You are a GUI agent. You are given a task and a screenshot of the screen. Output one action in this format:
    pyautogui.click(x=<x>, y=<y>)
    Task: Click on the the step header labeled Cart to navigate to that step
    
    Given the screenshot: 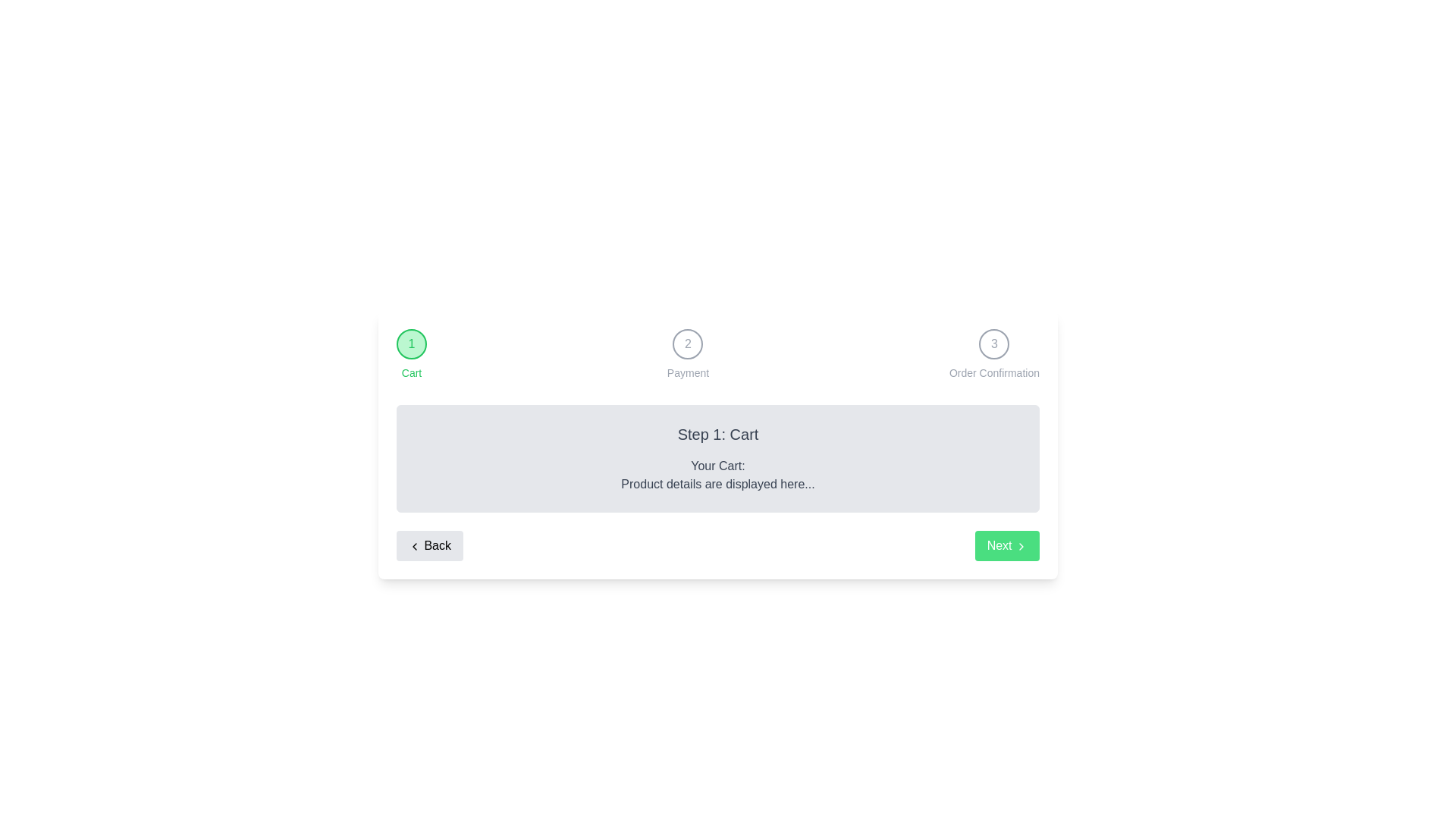 What is the action you would take?
    pyautogui.click(x=411, y=344)
    